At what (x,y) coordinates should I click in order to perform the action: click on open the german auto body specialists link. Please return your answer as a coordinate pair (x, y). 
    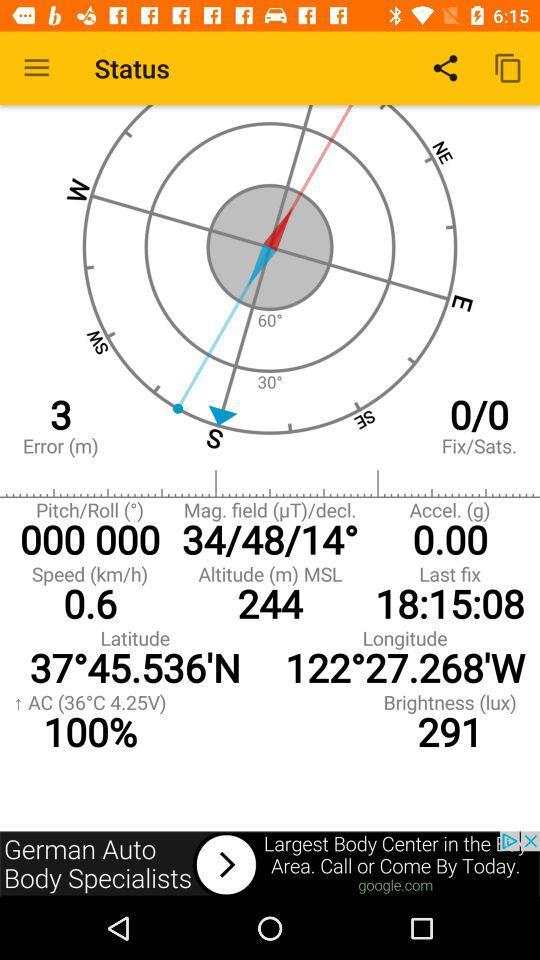
    Looking at the image, I should click on (270, 863).